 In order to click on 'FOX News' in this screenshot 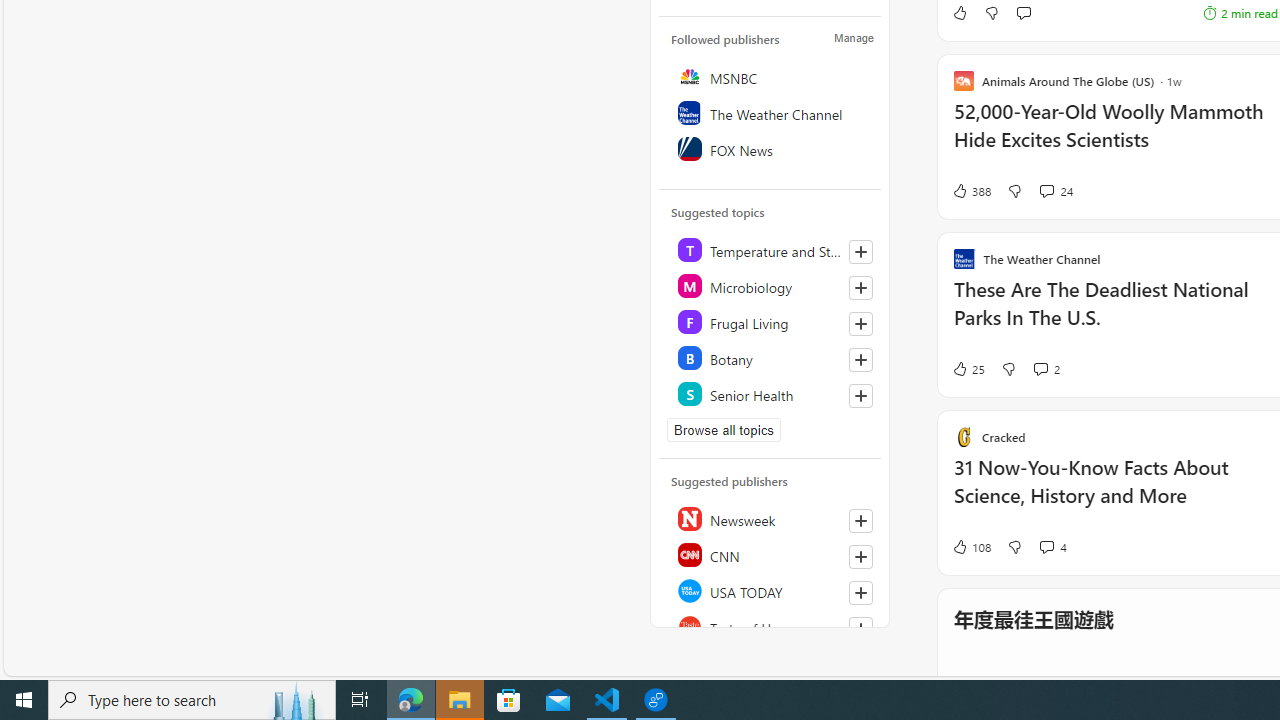, I will do `click(770, 148)`.